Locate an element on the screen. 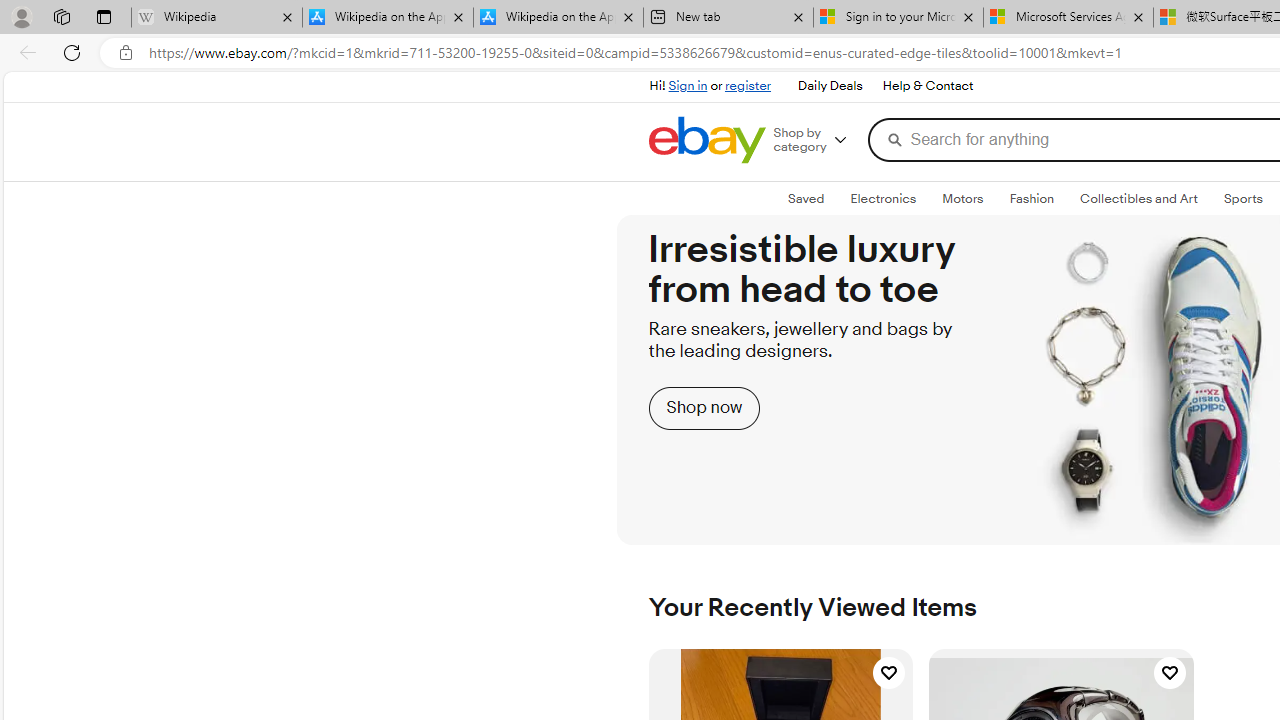 The height and width of the screenshot is (720, 1280). 'register' is located at coordinates (747, 85).